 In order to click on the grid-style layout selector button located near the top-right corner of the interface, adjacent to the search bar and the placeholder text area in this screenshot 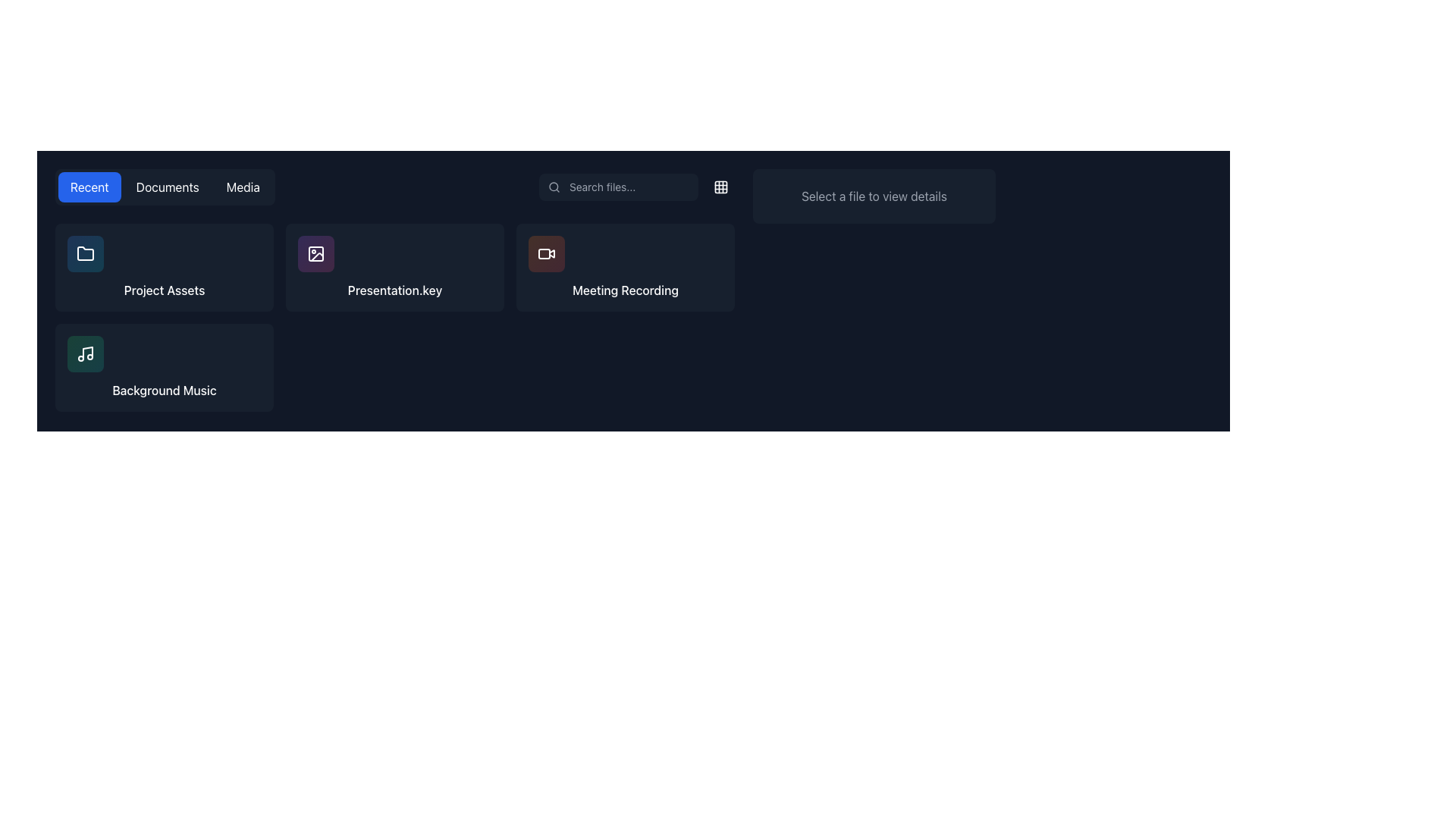, I will do `click(720, 186)`.